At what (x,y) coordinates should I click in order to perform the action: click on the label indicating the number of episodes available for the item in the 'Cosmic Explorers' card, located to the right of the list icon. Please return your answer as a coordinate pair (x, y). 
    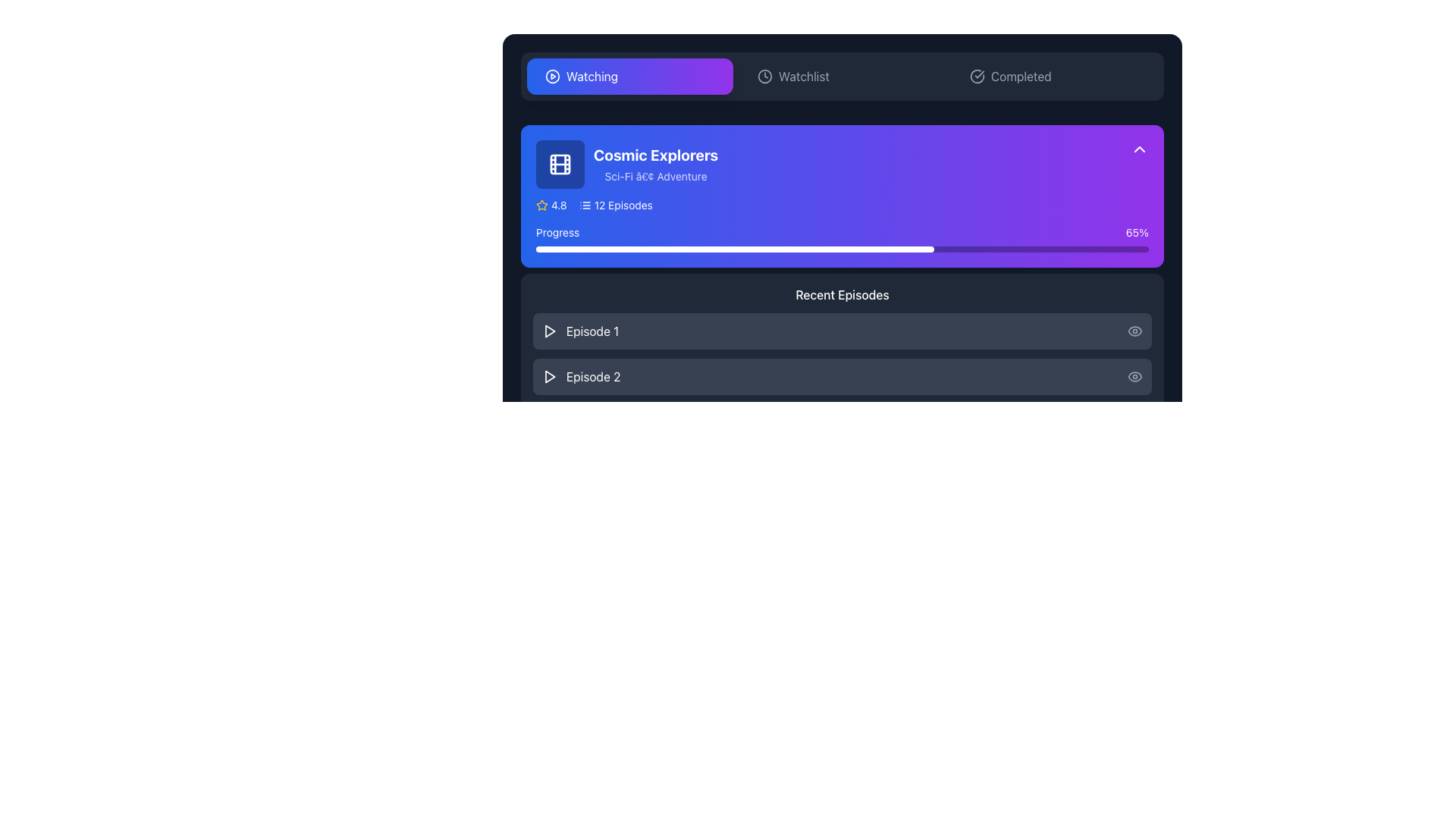
    Looking at the image, I should click on (623, 205).